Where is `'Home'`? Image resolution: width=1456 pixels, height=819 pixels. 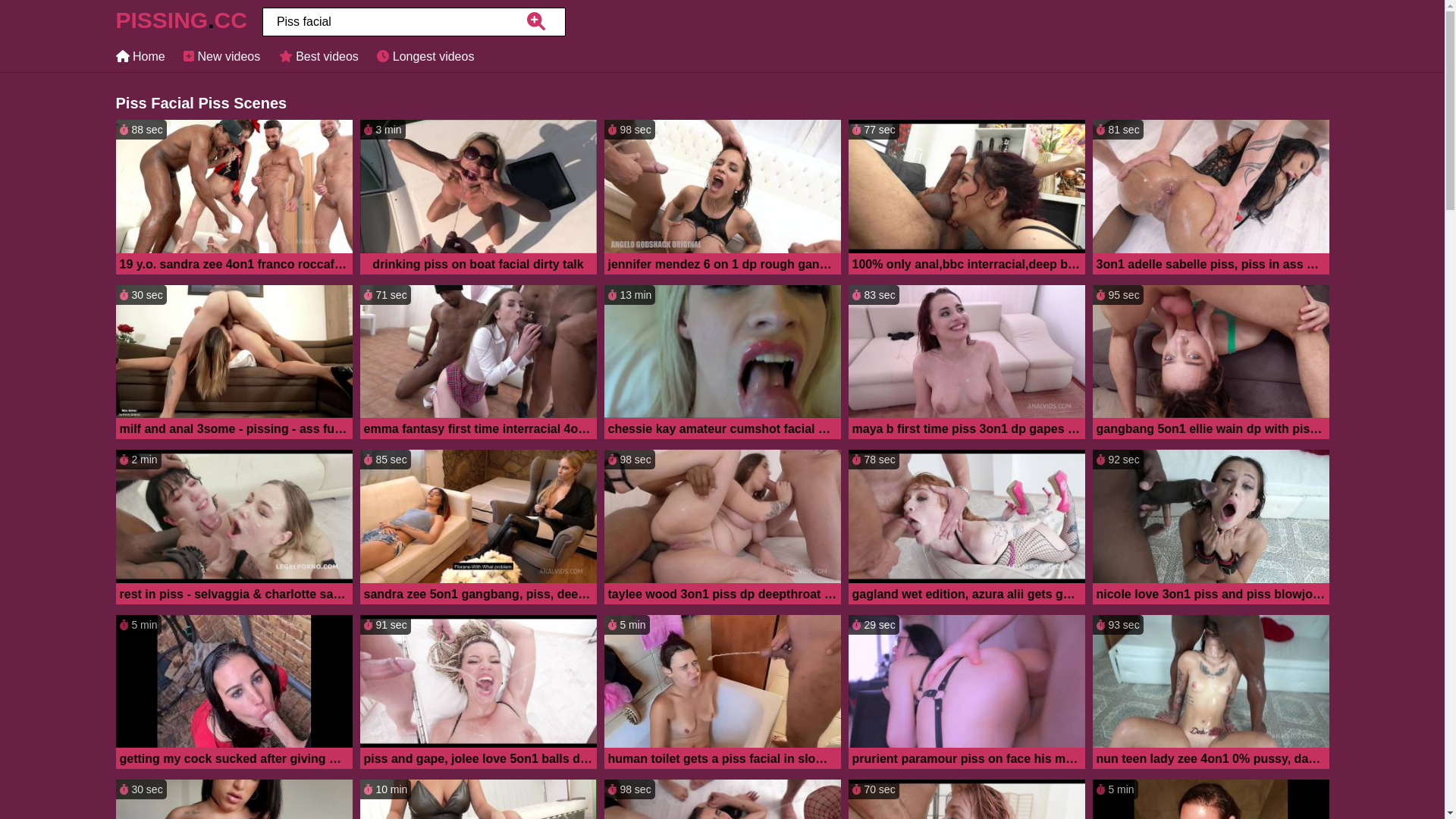
'Home' is located at coordinates (140, 55).